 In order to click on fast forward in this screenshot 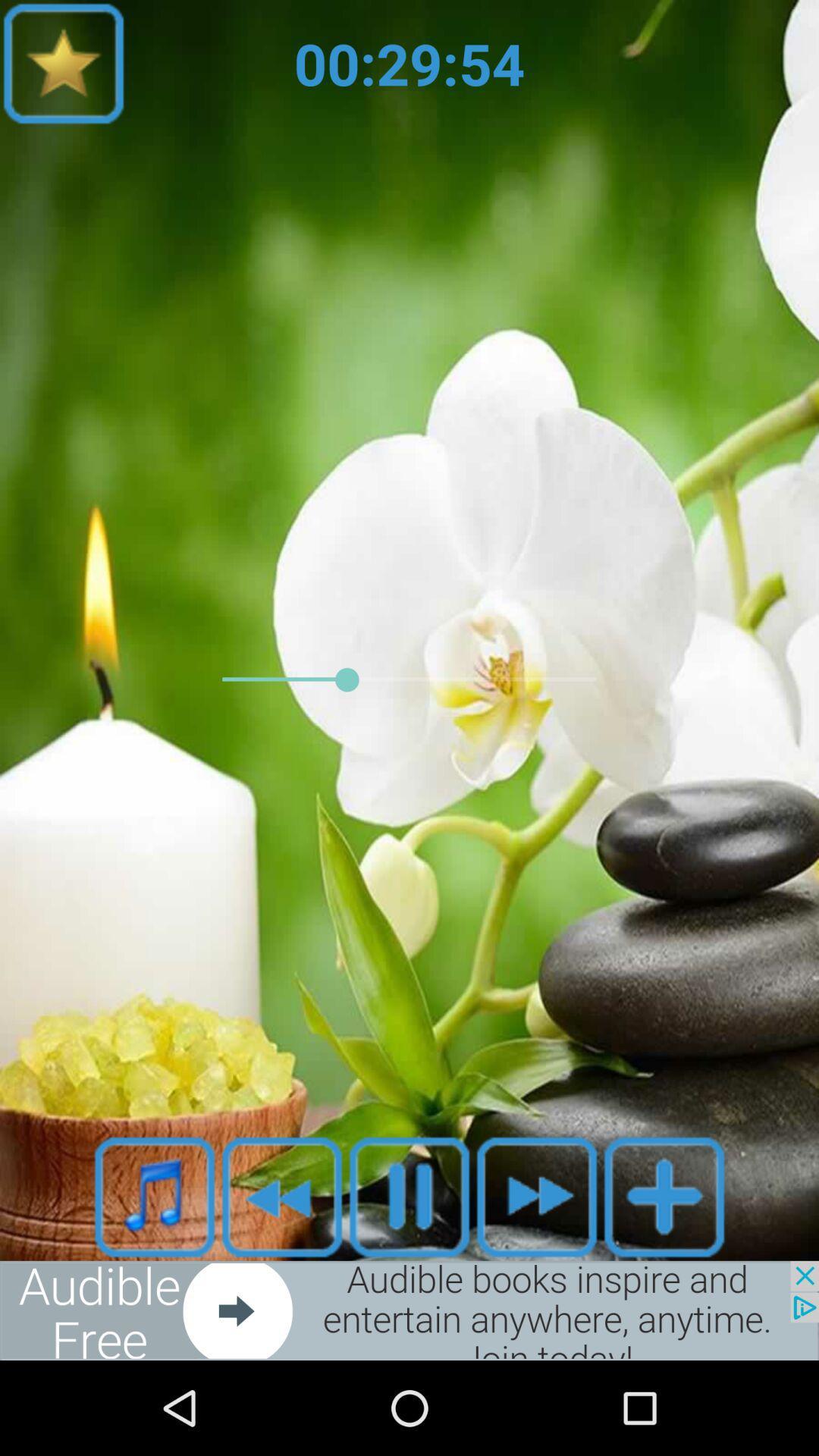, I will do `click(536, 1196)`.